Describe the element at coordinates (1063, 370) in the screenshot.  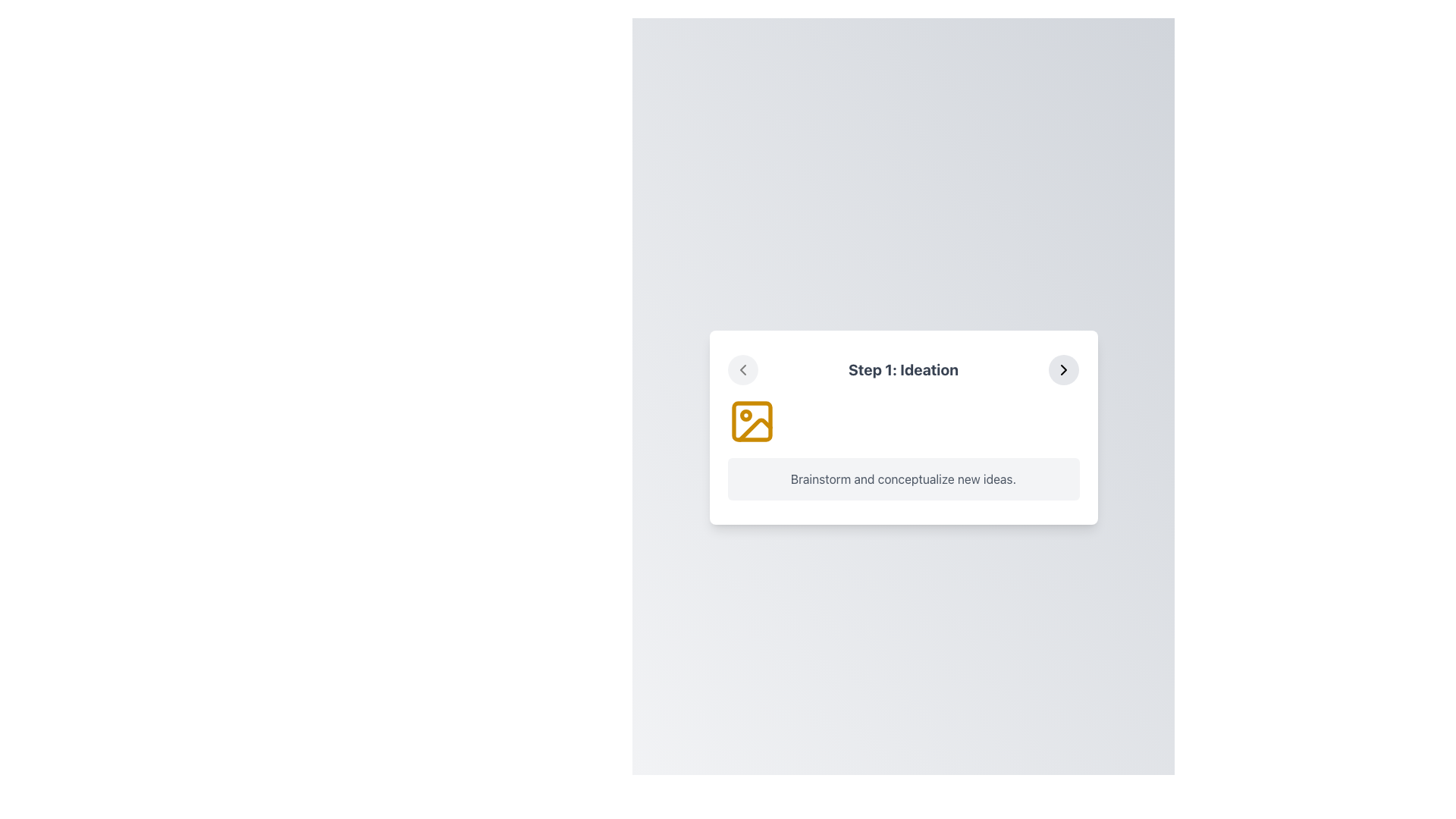
I see `the chevron icon in the upper-right corner of the interface` at that location.